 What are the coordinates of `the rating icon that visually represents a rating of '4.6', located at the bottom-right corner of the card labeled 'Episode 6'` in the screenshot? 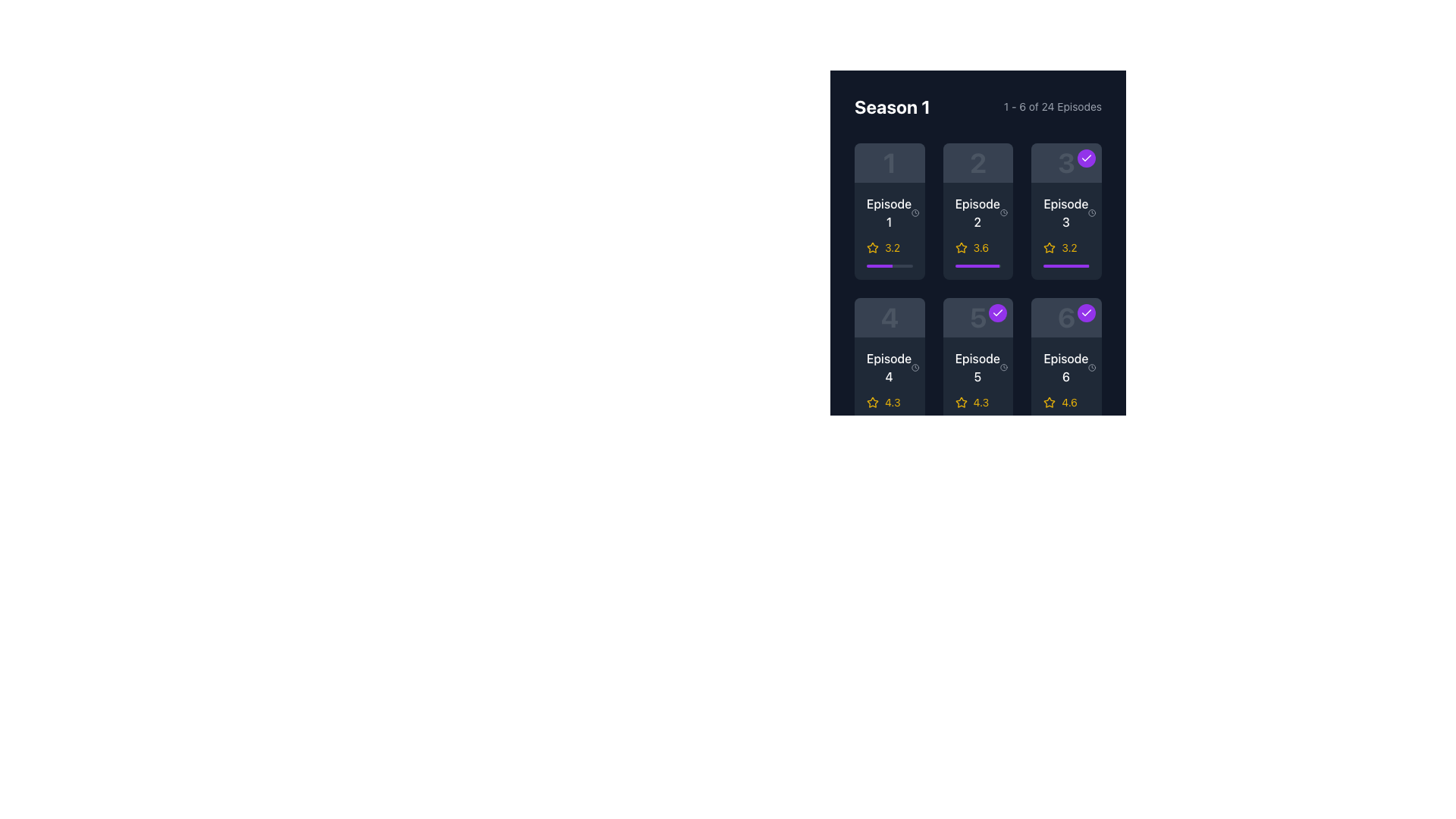 It's located at (1049, 402).